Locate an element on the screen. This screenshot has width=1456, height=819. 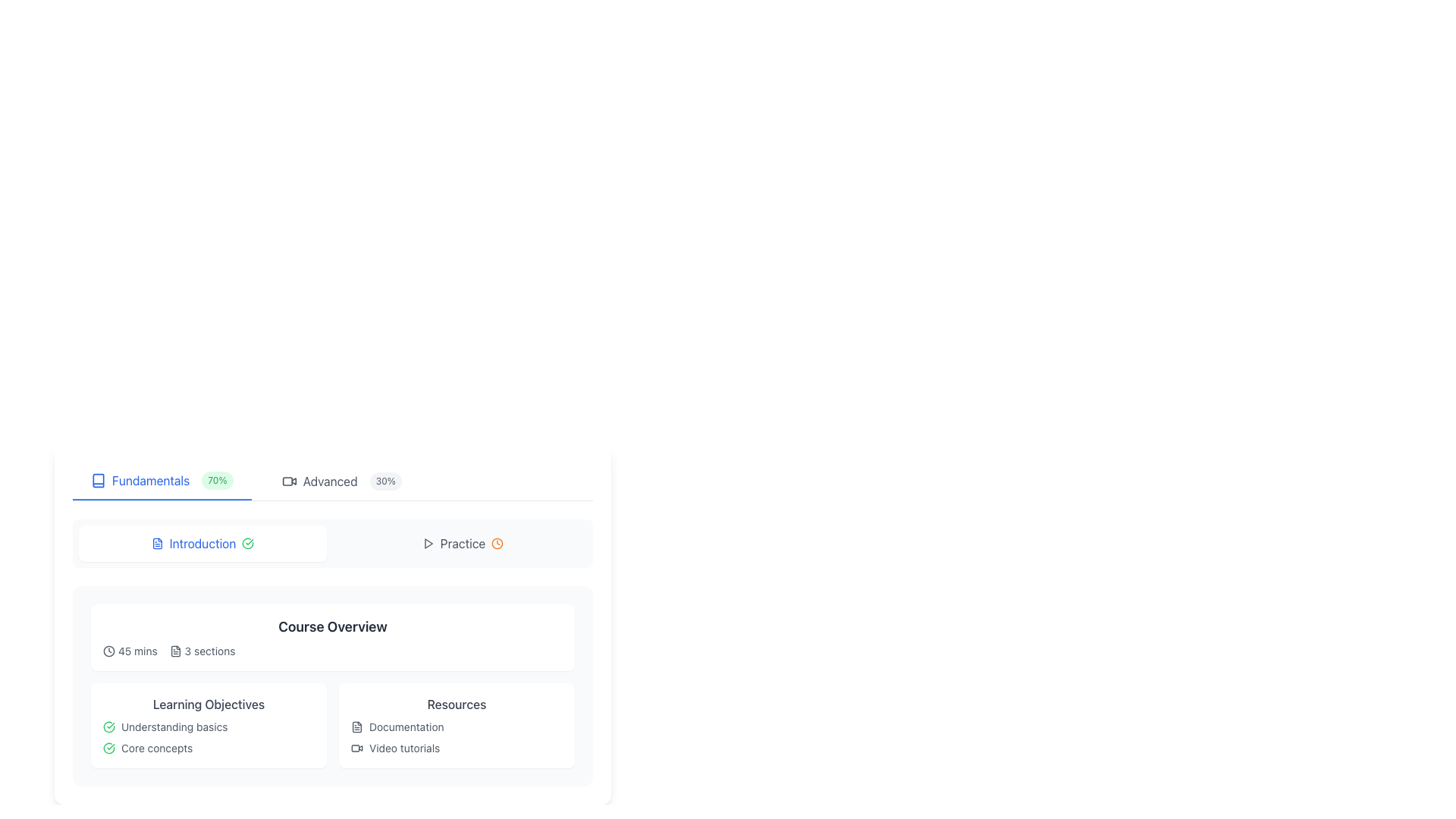
the Text Label located at the bottom-right region of the layout area, under the 'Resources' section in the 'Course Overview', which serves as a label for a resource type possibly linking to video tutorial content is located at coordinates (404, 748).